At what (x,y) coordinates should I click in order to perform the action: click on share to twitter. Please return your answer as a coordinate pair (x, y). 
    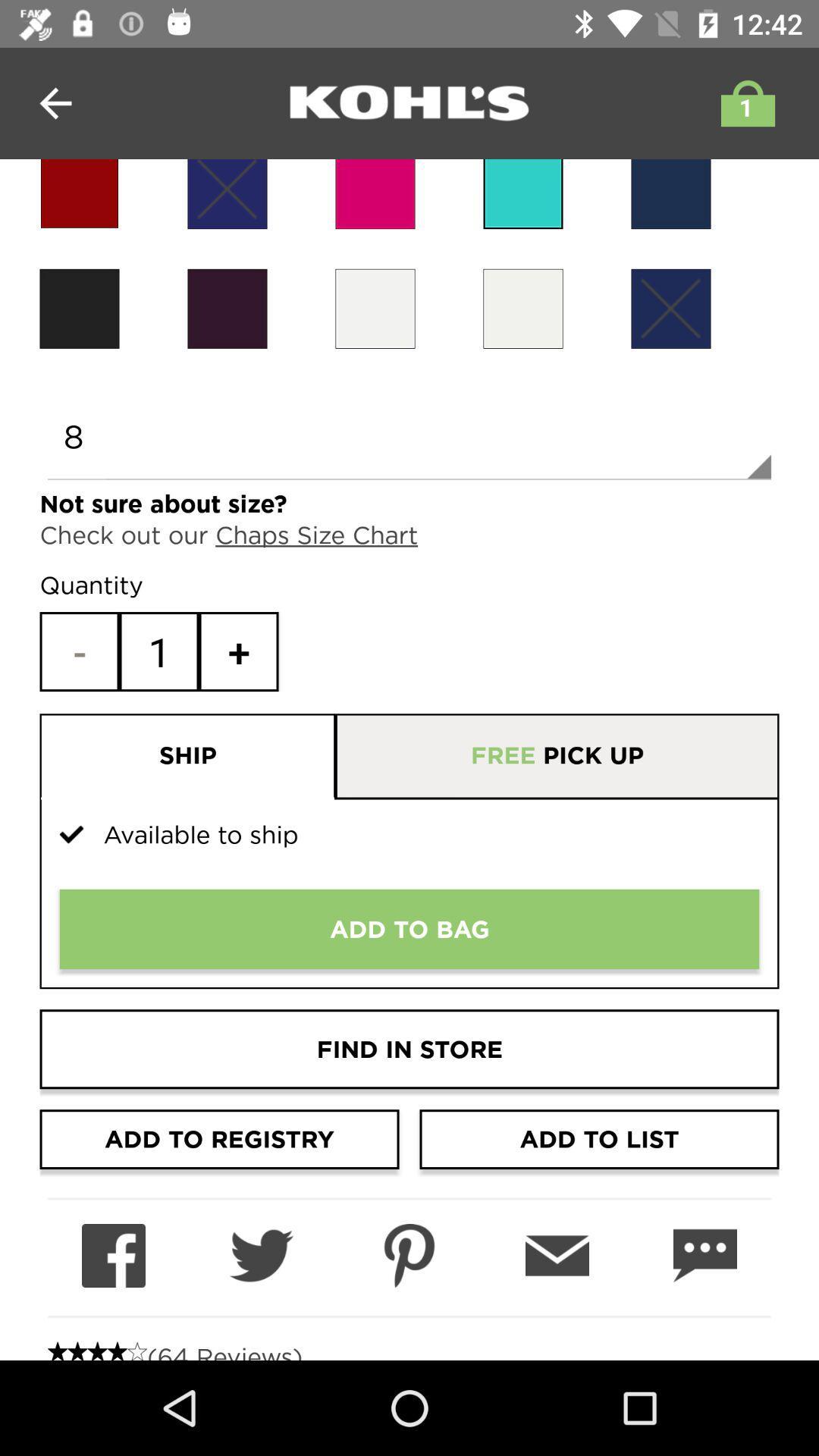
    Looking at the image, I should click on (260, 1256).